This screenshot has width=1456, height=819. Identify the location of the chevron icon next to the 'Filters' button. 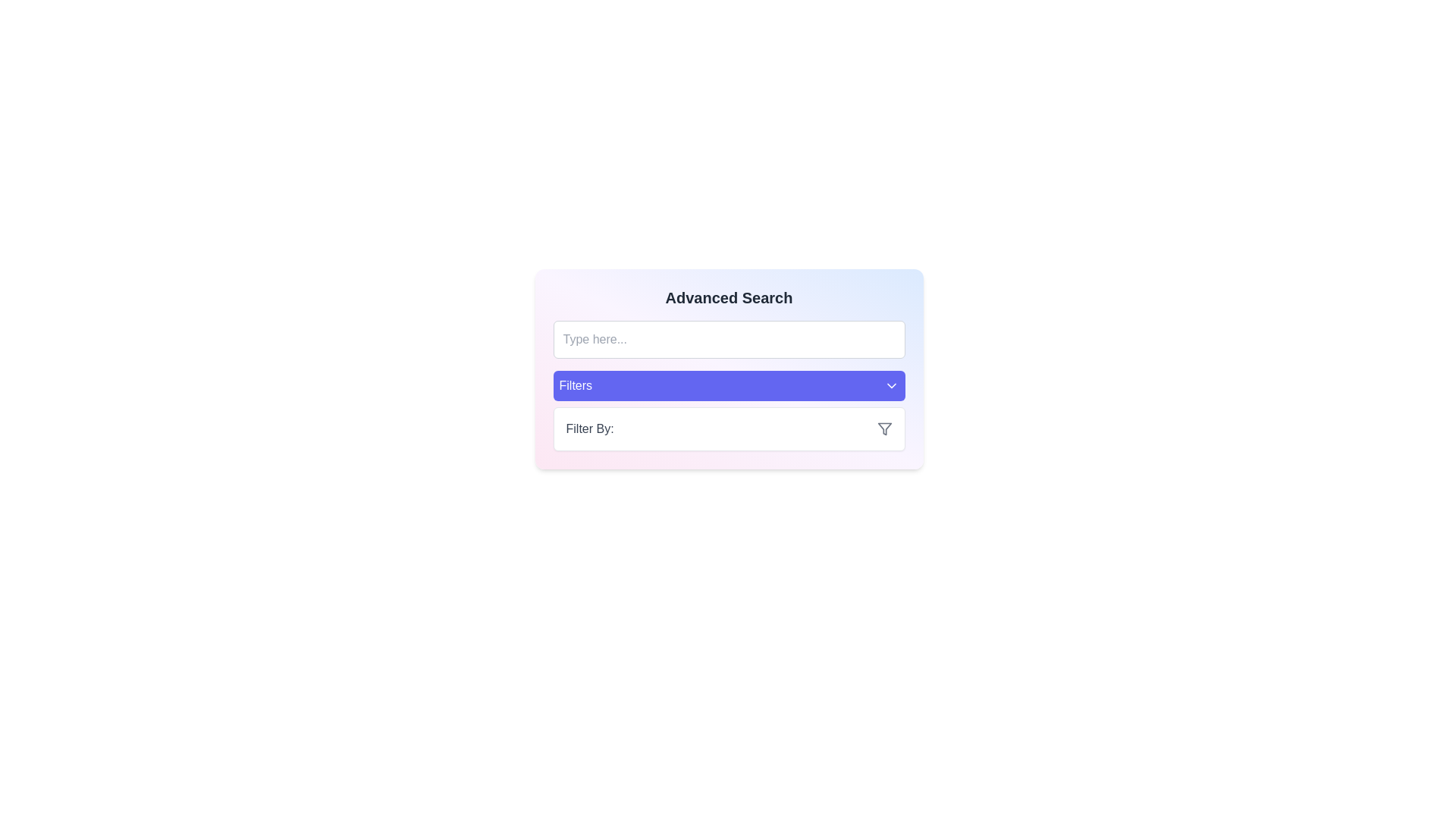
(891, 385).